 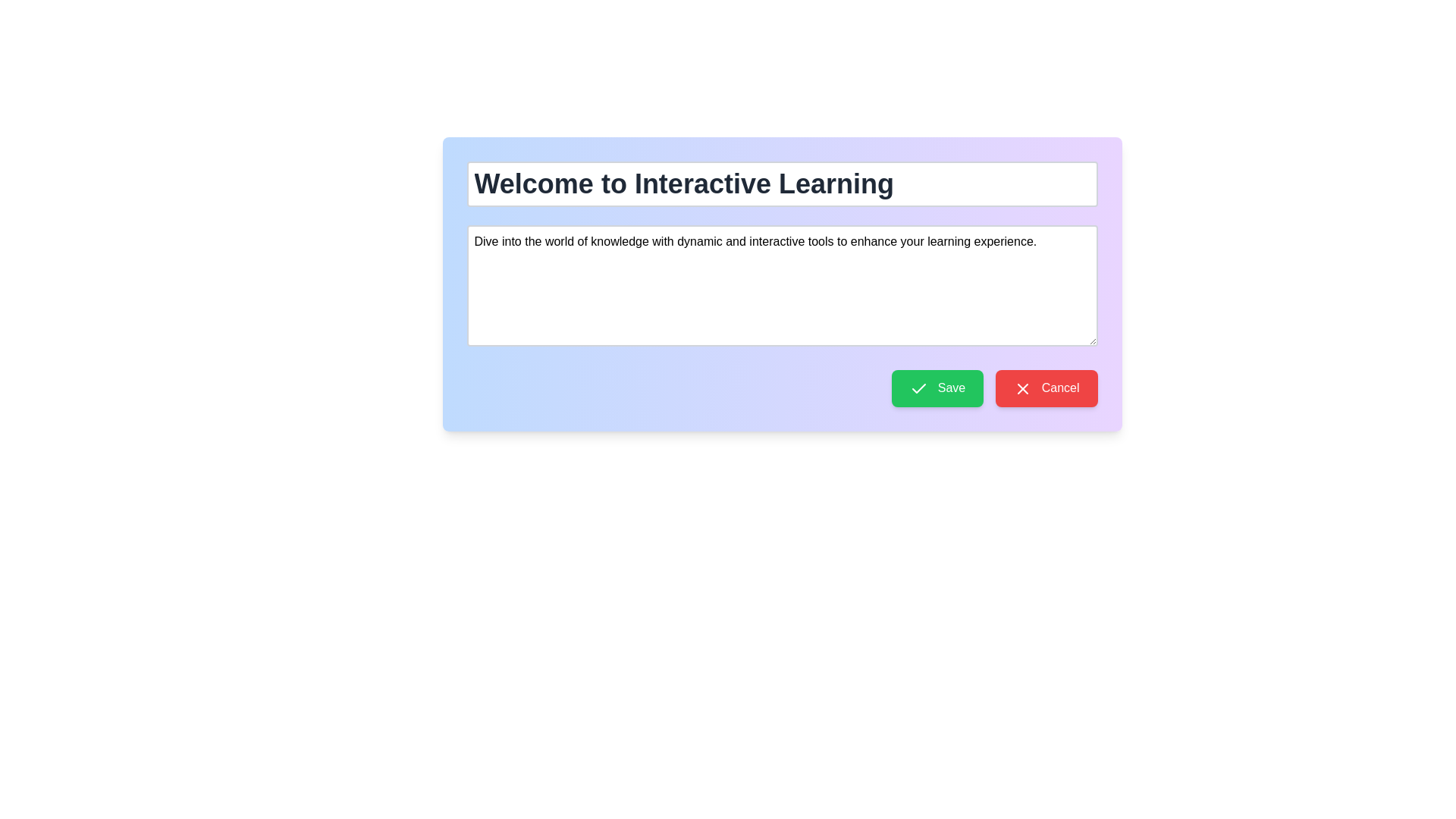 I want to click on cancellation icon located to the left of the 'Cancel' text on the red button in the bottom-right section of the interface, so click(x=1023, y=388).